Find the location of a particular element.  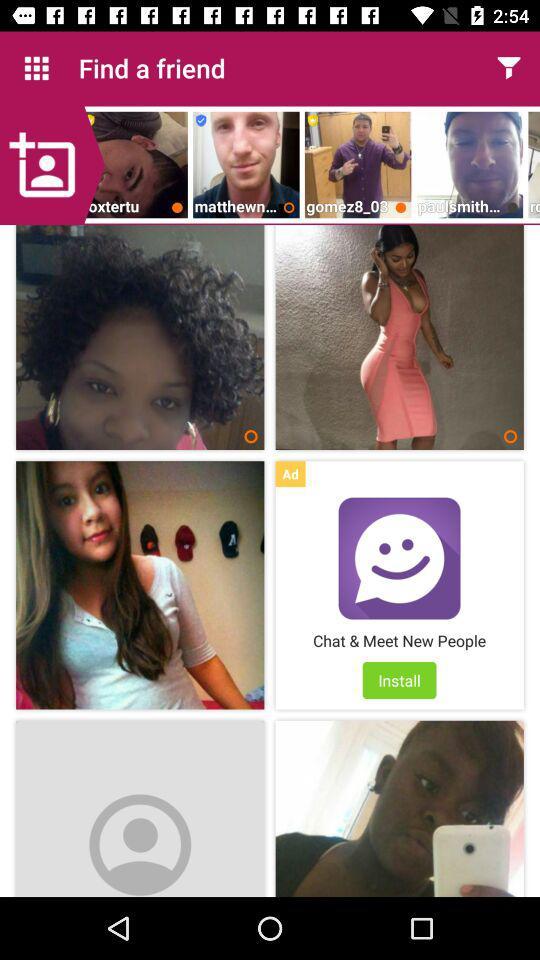

set filters is located at coordinates (508, 68).